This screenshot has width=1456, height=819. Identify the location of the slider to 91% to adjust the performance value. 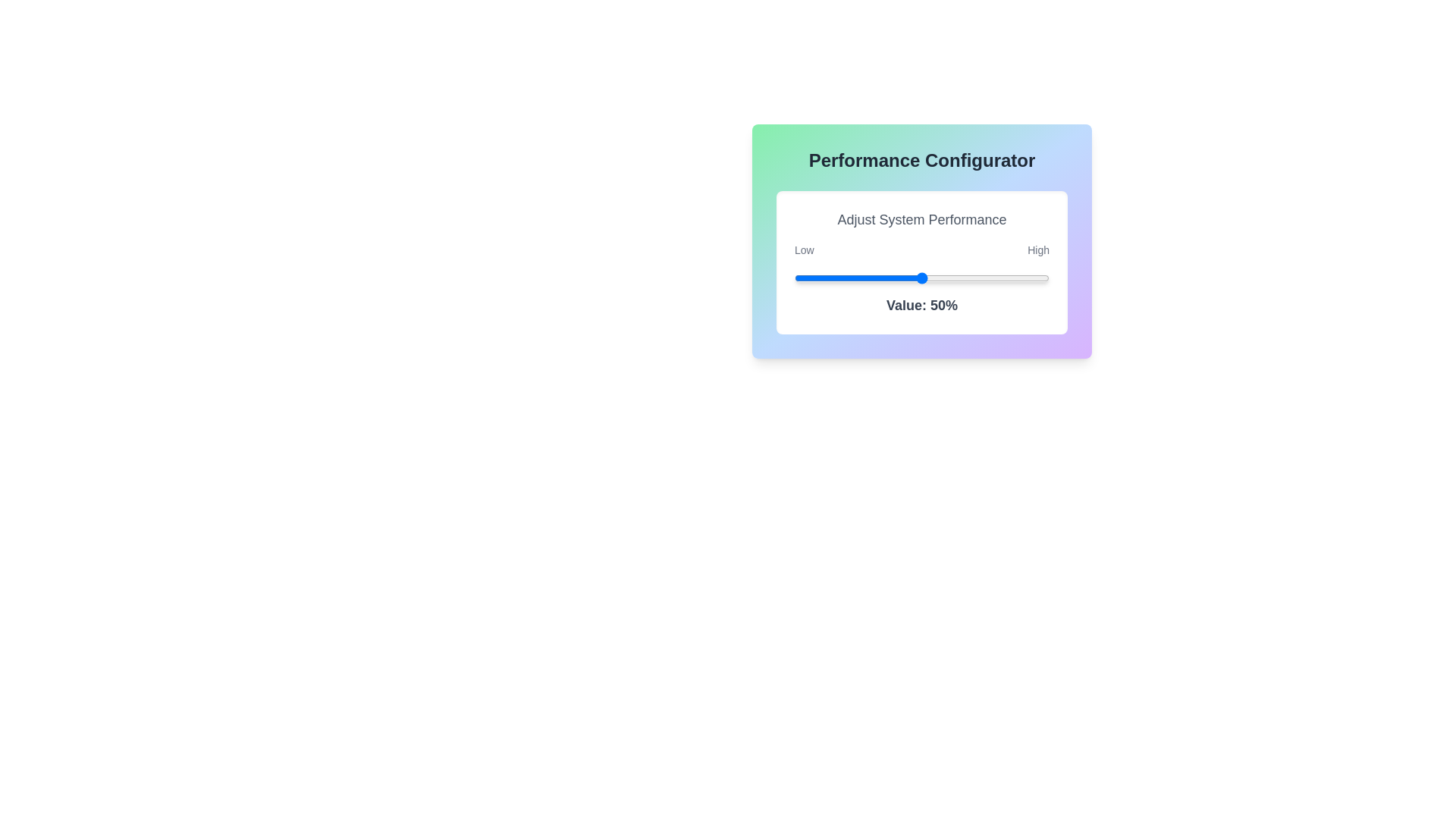
(1026, 278).